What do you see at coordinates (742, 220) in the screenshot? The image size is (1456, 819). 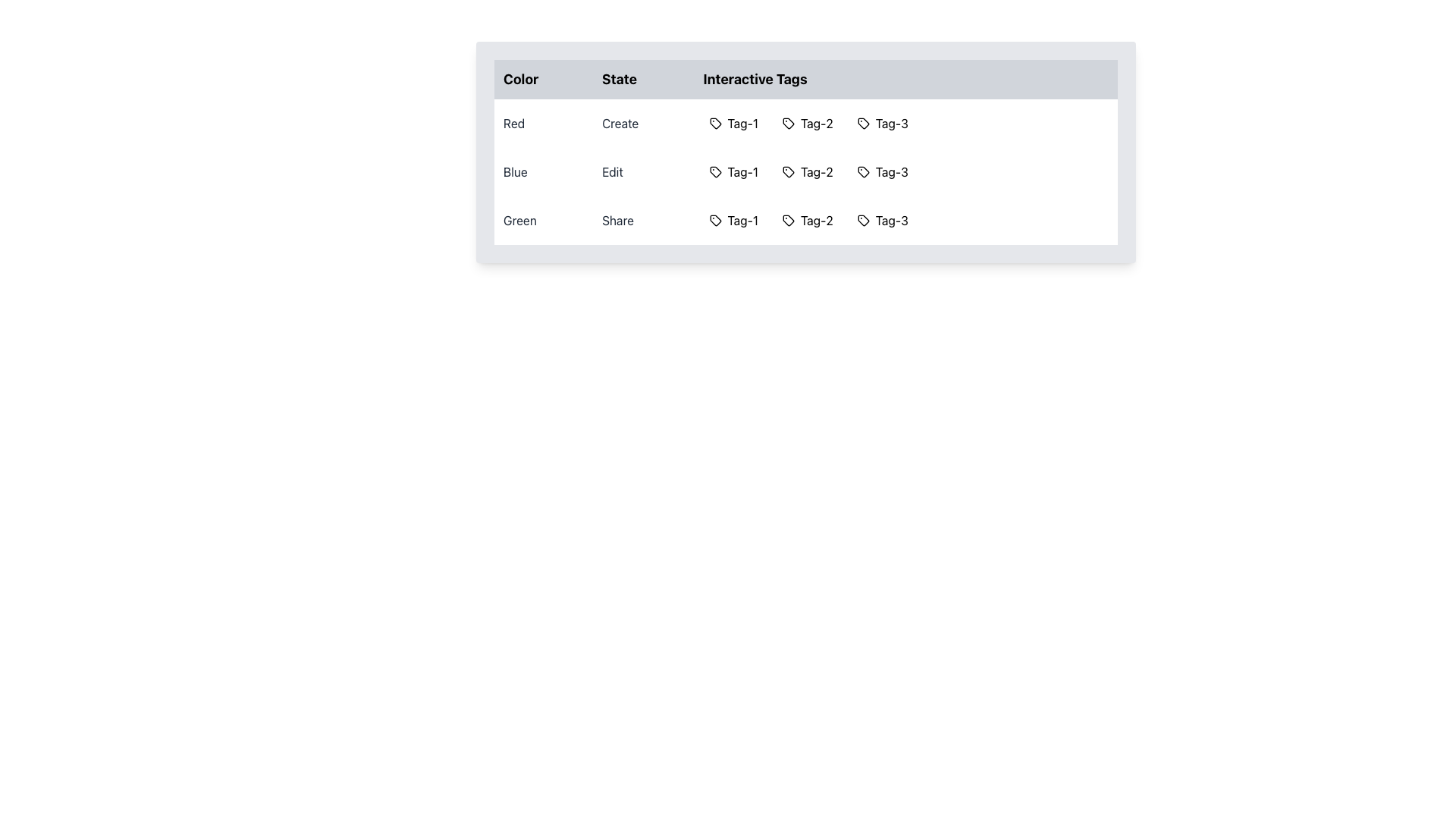 I see `the text label displaying 'Tag-1' in the 'Interactive Tags' column of the table with a light green background and rounded corners, corresponding to the 'Green' color and 'Share' state` at bounding box center [742, 220].